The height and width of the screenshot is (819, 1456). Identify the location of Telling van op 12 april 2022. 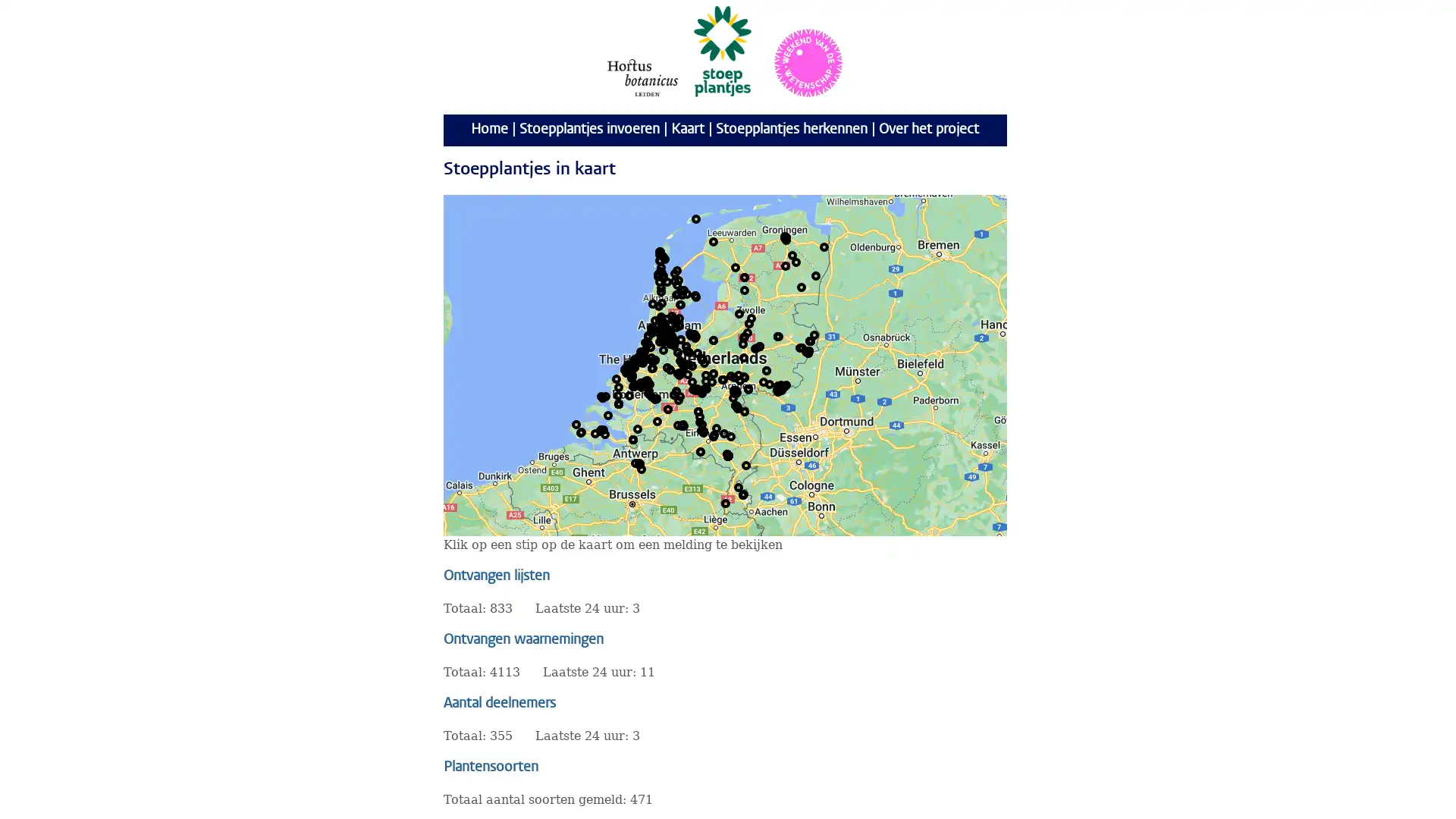
(628, 368).